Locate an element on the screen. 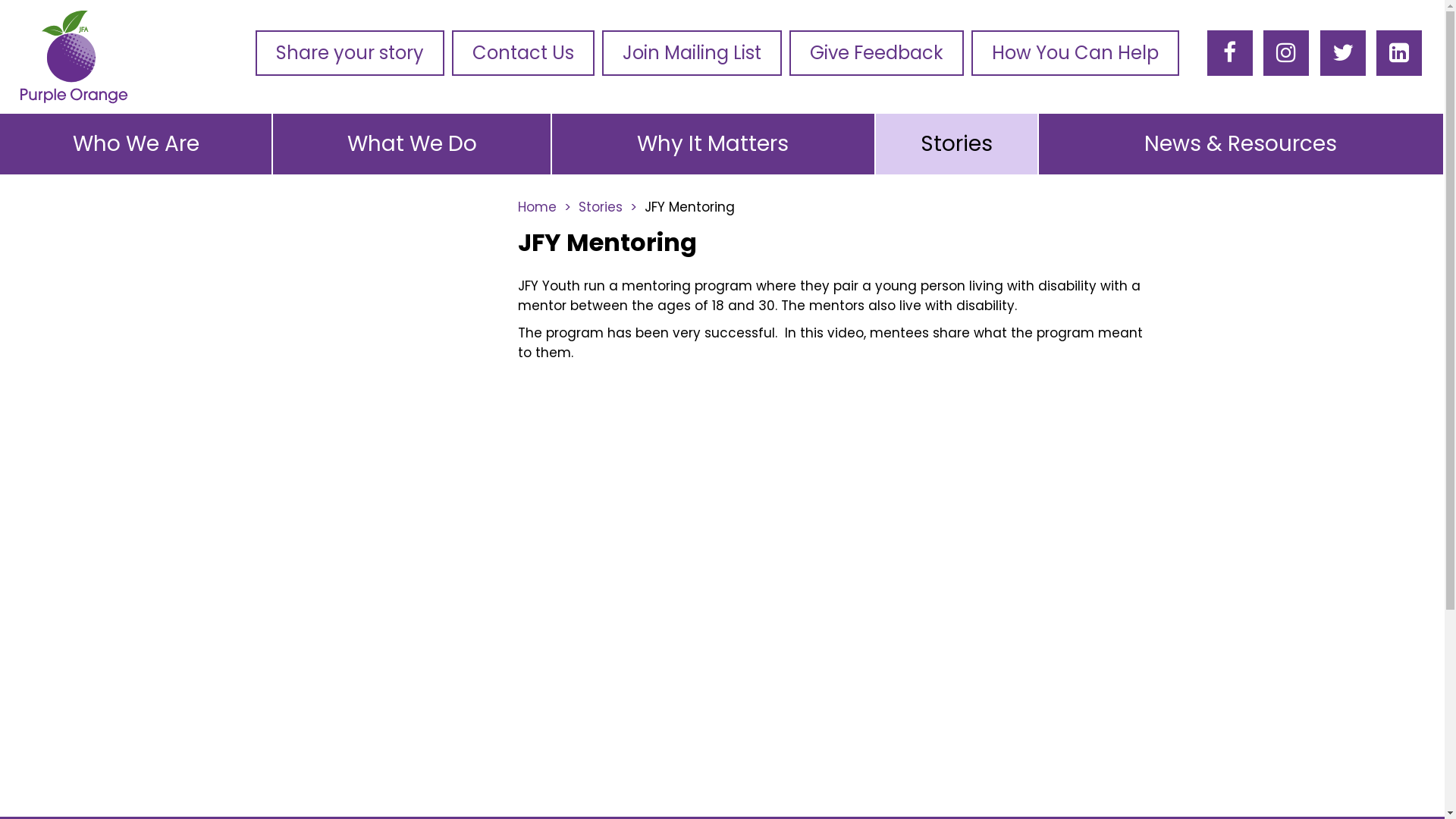  'Instagram' is located at coordinates (1276, 52).